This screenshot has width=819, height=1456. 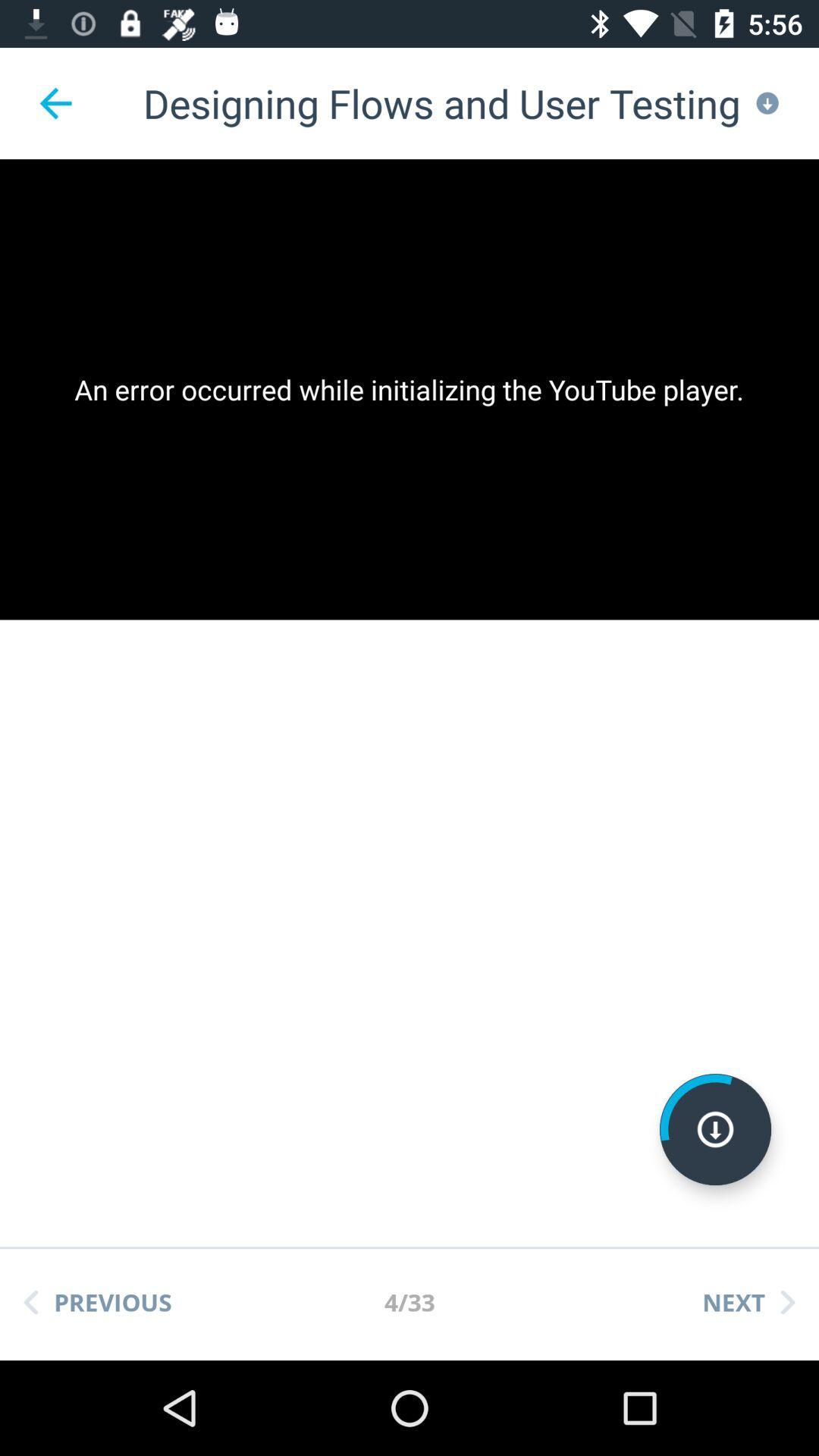 I want to click on the item above the an error occurred app, so click(x=55, y=102).